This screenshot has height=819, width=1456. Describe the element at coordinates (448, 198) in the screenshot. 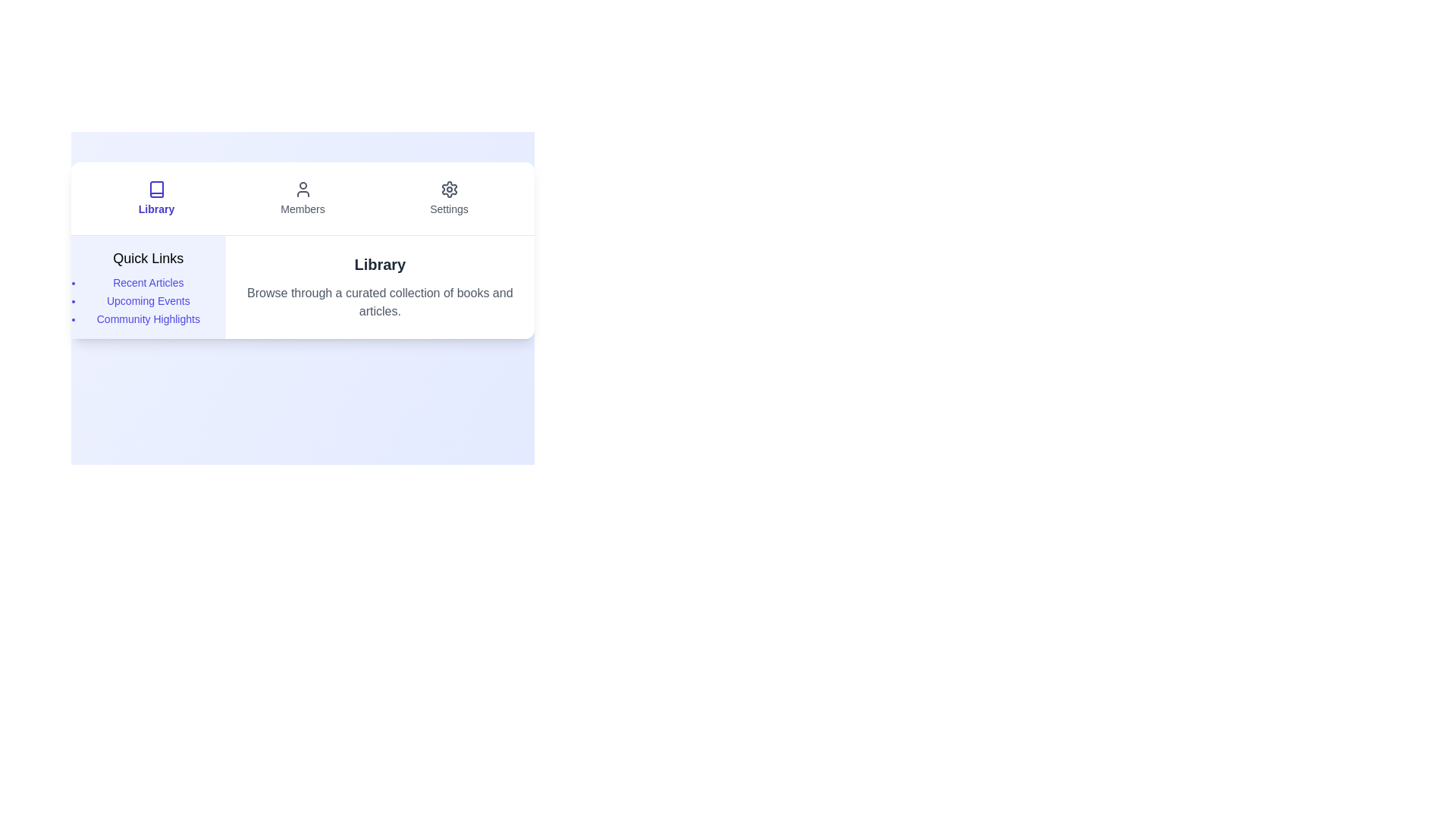

I see `the tab labeled Settings` at that location.